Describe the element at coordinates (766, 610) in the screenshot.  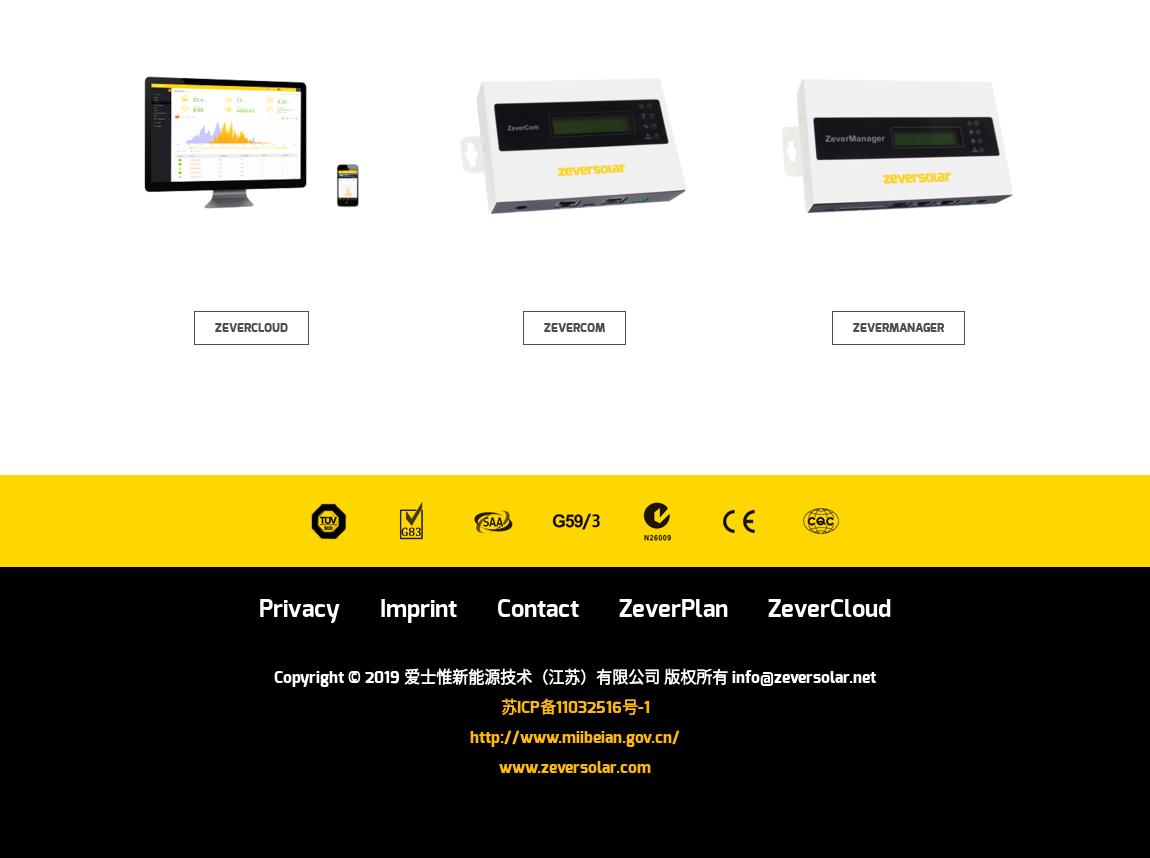
I see `'ZeverCloud'` at that location.